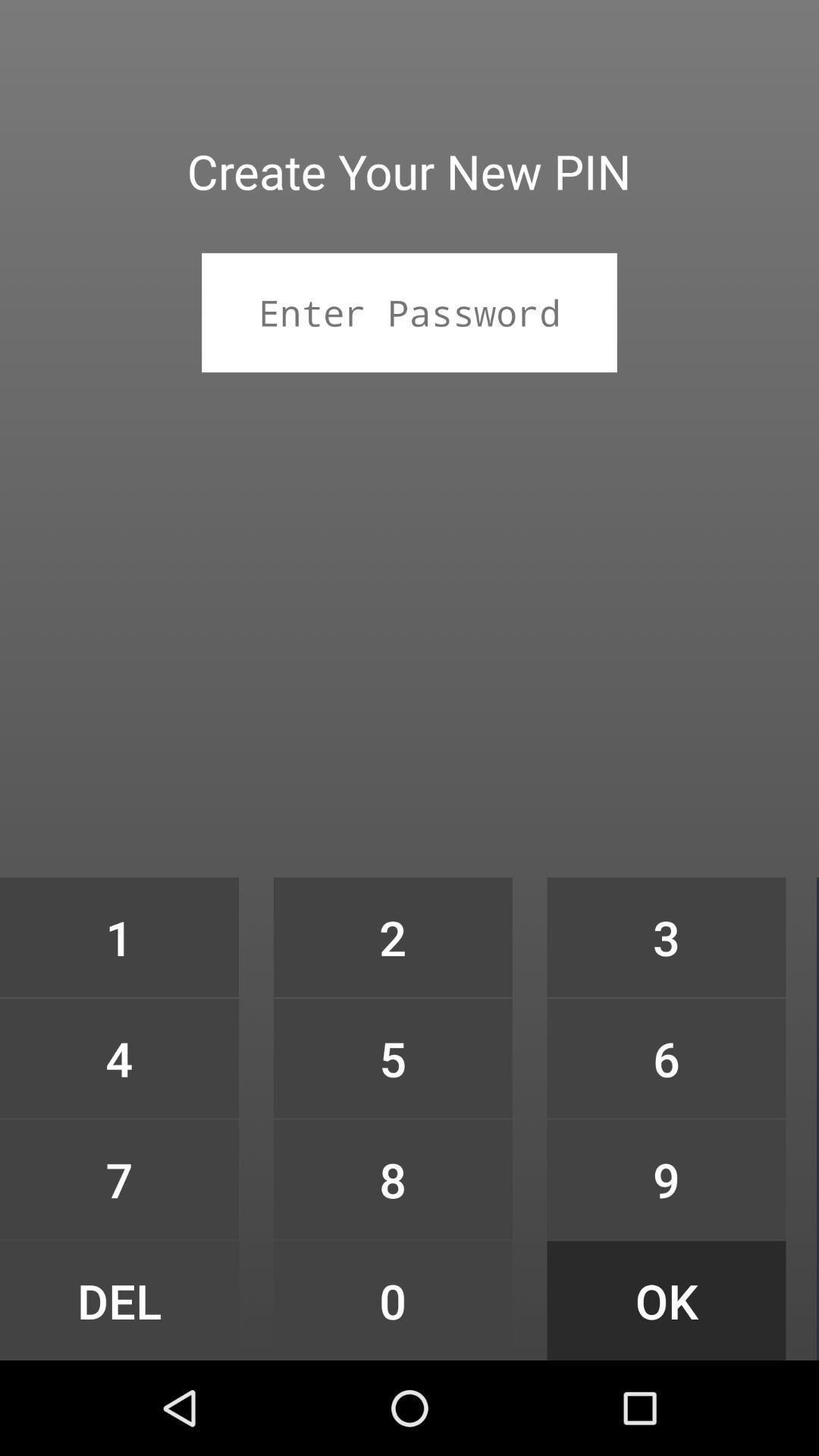  I want to click on icon above the 6, so click(666, 937).